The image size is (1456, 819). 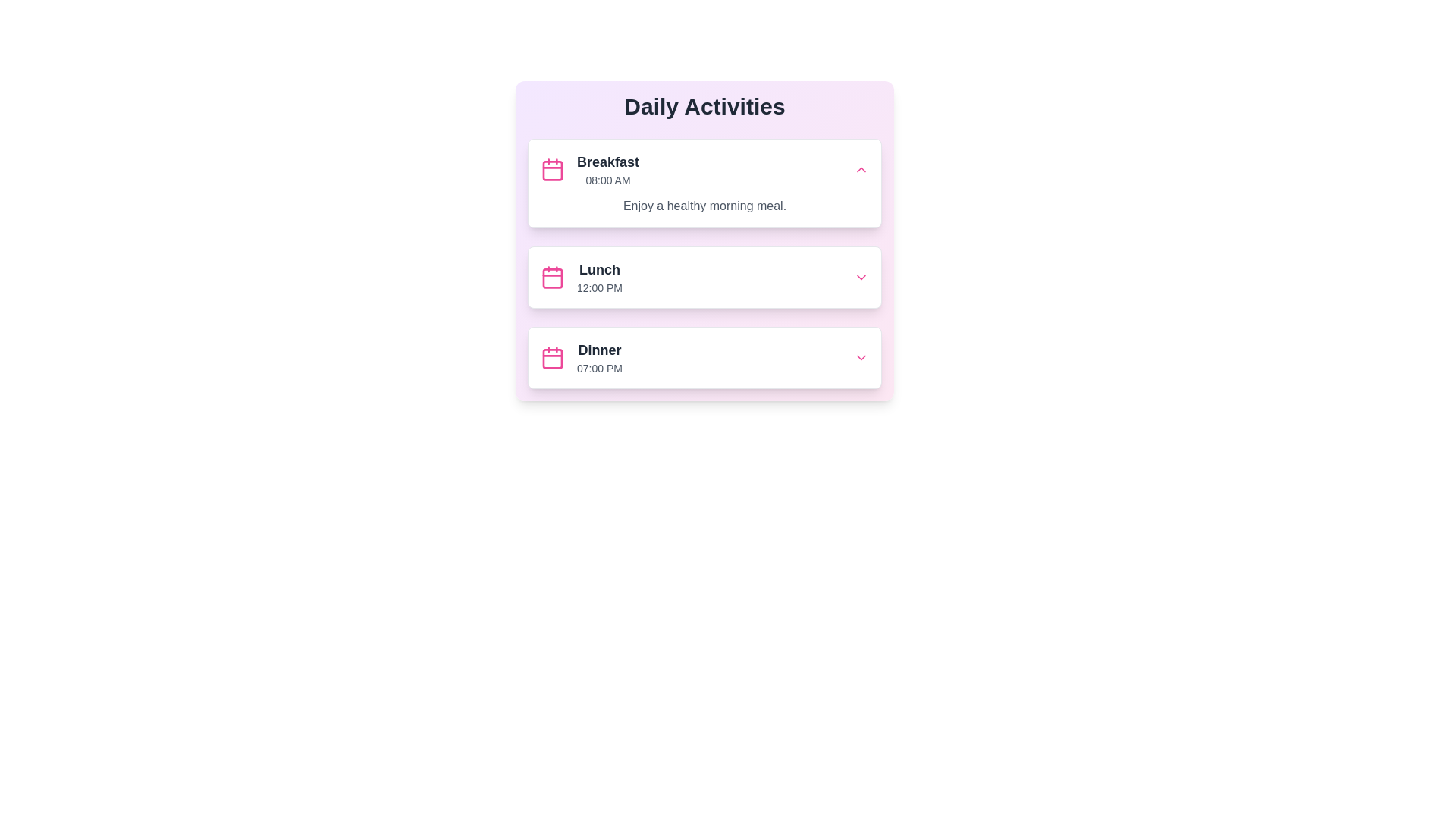 What do you see at coordinates (552, 357) in the screenshot?
I see `the calendar icon associated with the 'Dinner' activity in the third entry of the 'Daily Activities' list, which is positioned to the left of the text 'Dinner' and '07:00 PM'` at bounding box center [552, 357].